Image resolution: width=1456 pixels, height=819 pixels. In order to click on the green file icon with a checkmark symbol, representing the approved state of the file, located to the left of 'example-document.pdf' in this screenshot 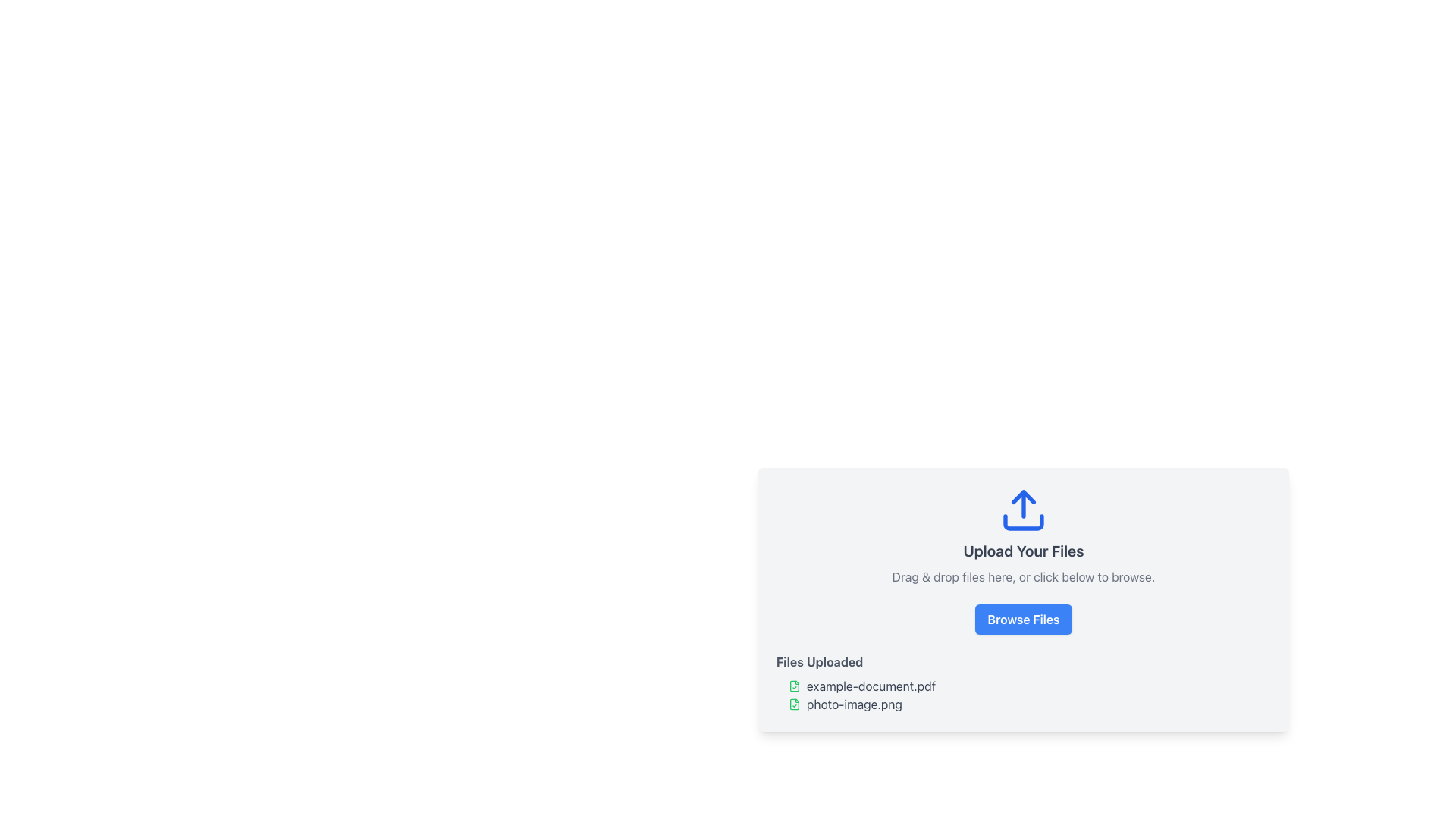, I will do `click(793, 686)`.